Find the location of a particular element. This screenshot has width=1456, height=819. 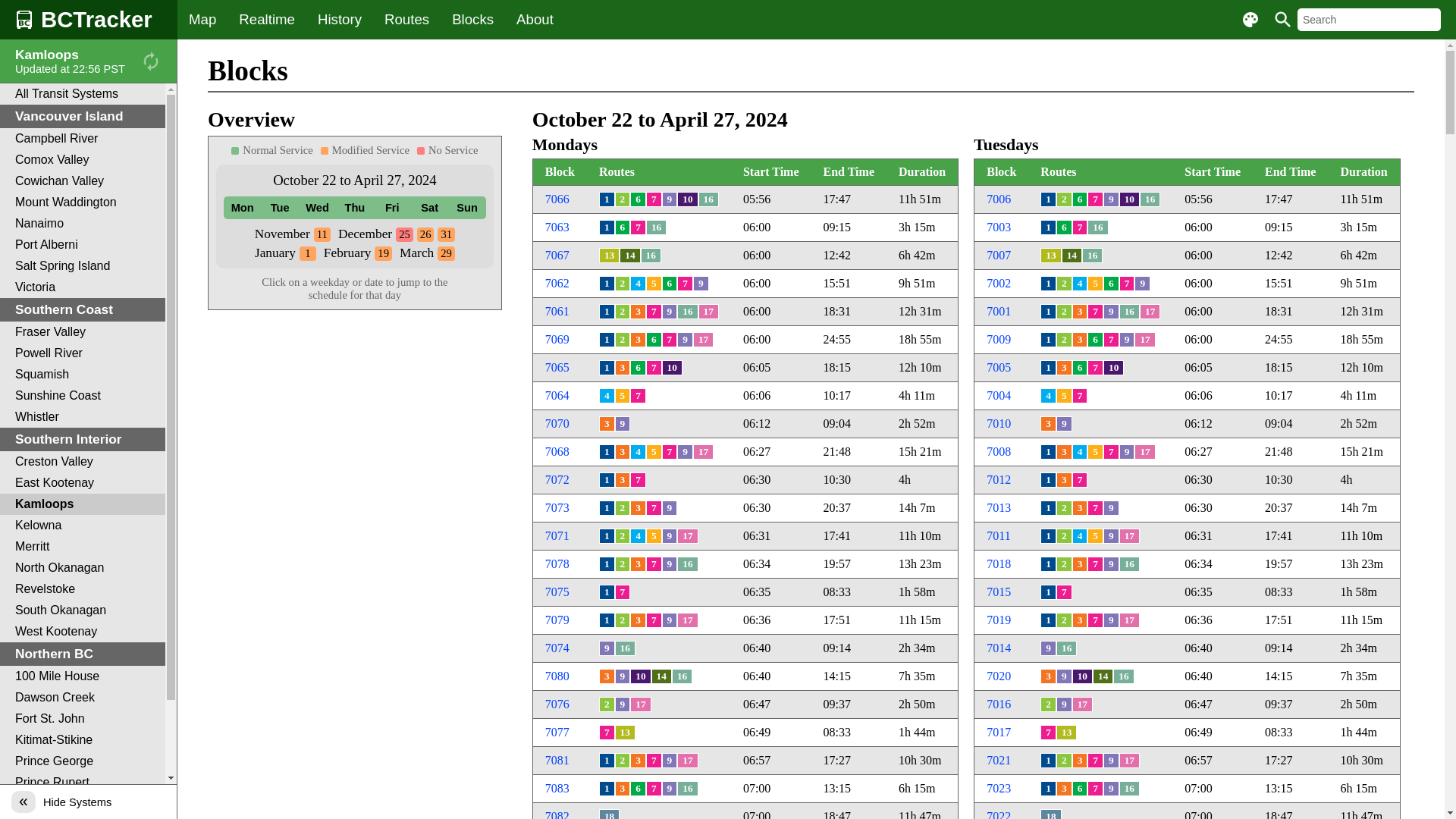

'13' is located at coordinates (1040, 254).